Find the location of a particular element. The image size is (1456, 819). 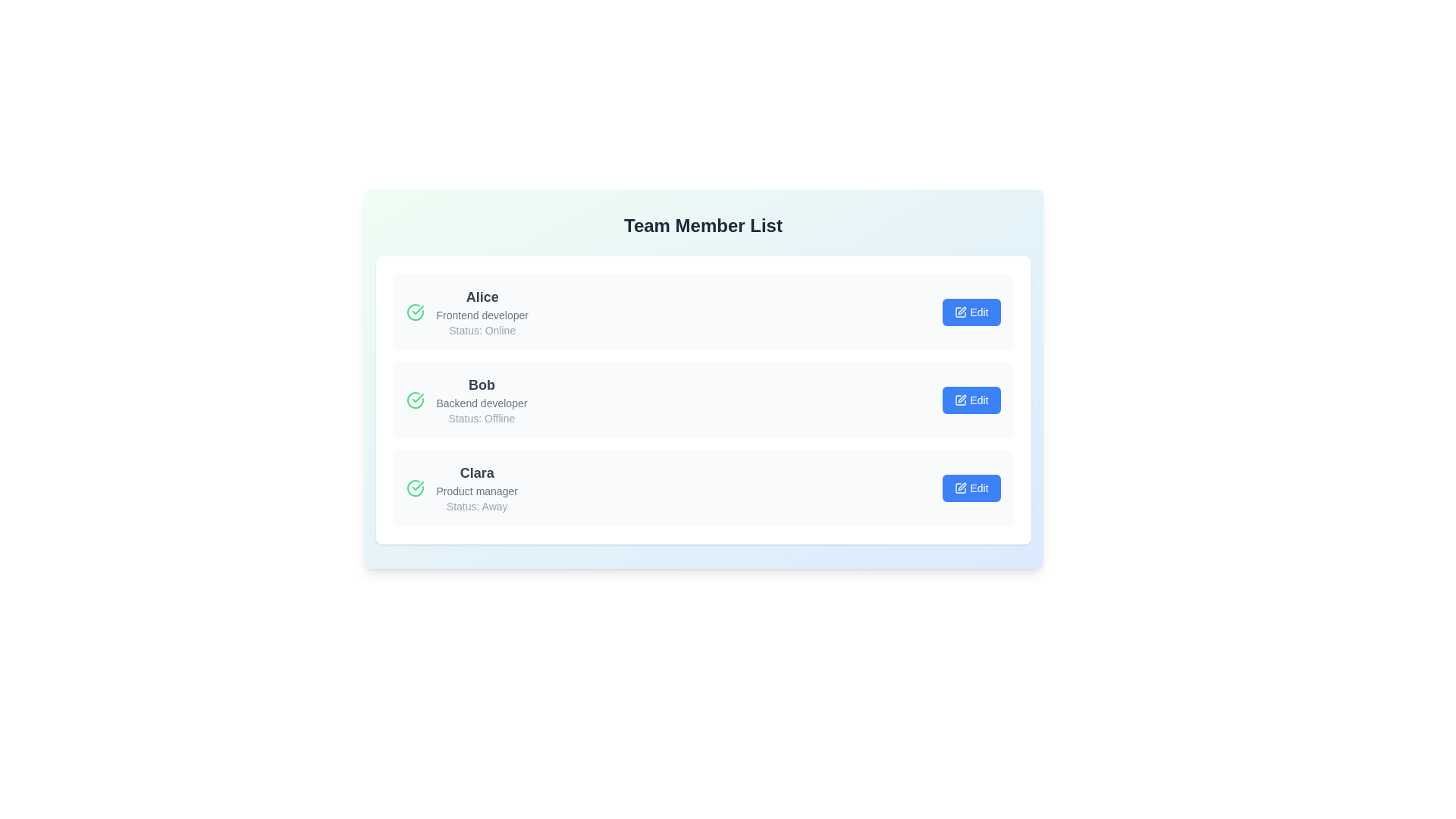

'Edit' button for the user Bob is located at coordinates (971, 400).